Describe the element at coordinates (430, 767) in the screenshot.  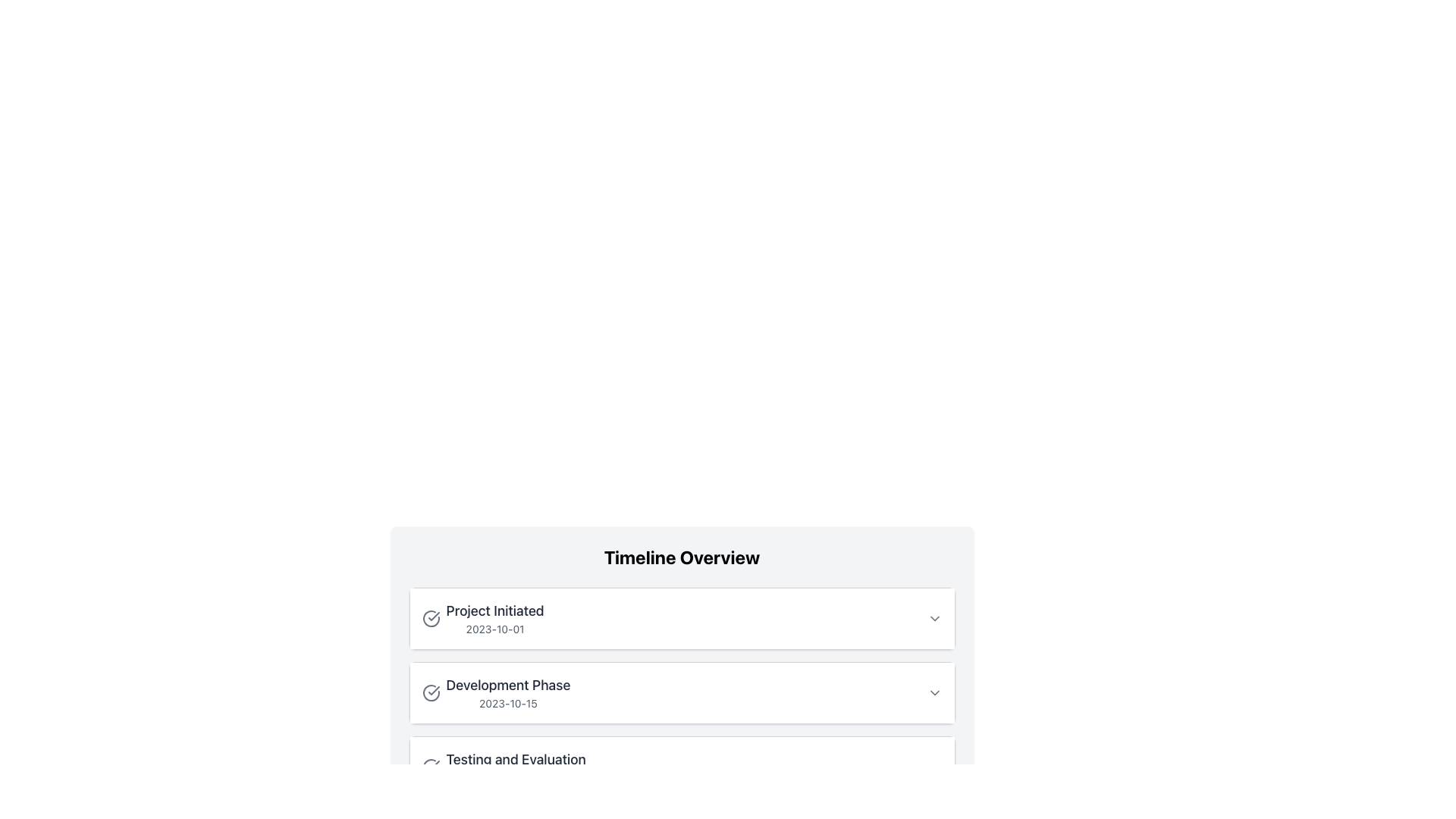
I see `the circular gray icon with a checkmark inside, located to the left of the 'Testing and Evaluation' text` at that location.